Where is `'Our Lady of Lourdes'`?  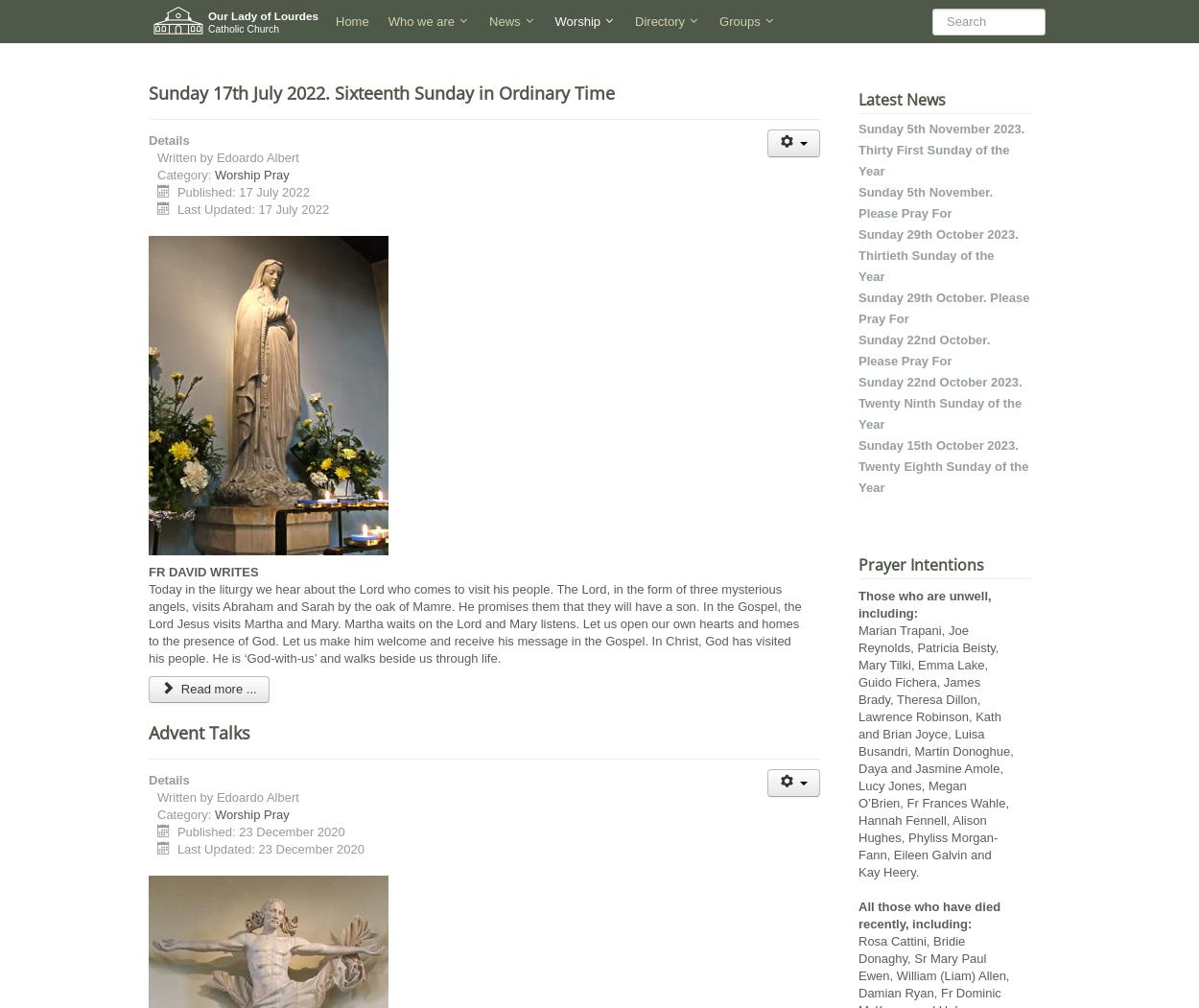
'Our Lady of Lourdes' is located at coordinates (263, 15).